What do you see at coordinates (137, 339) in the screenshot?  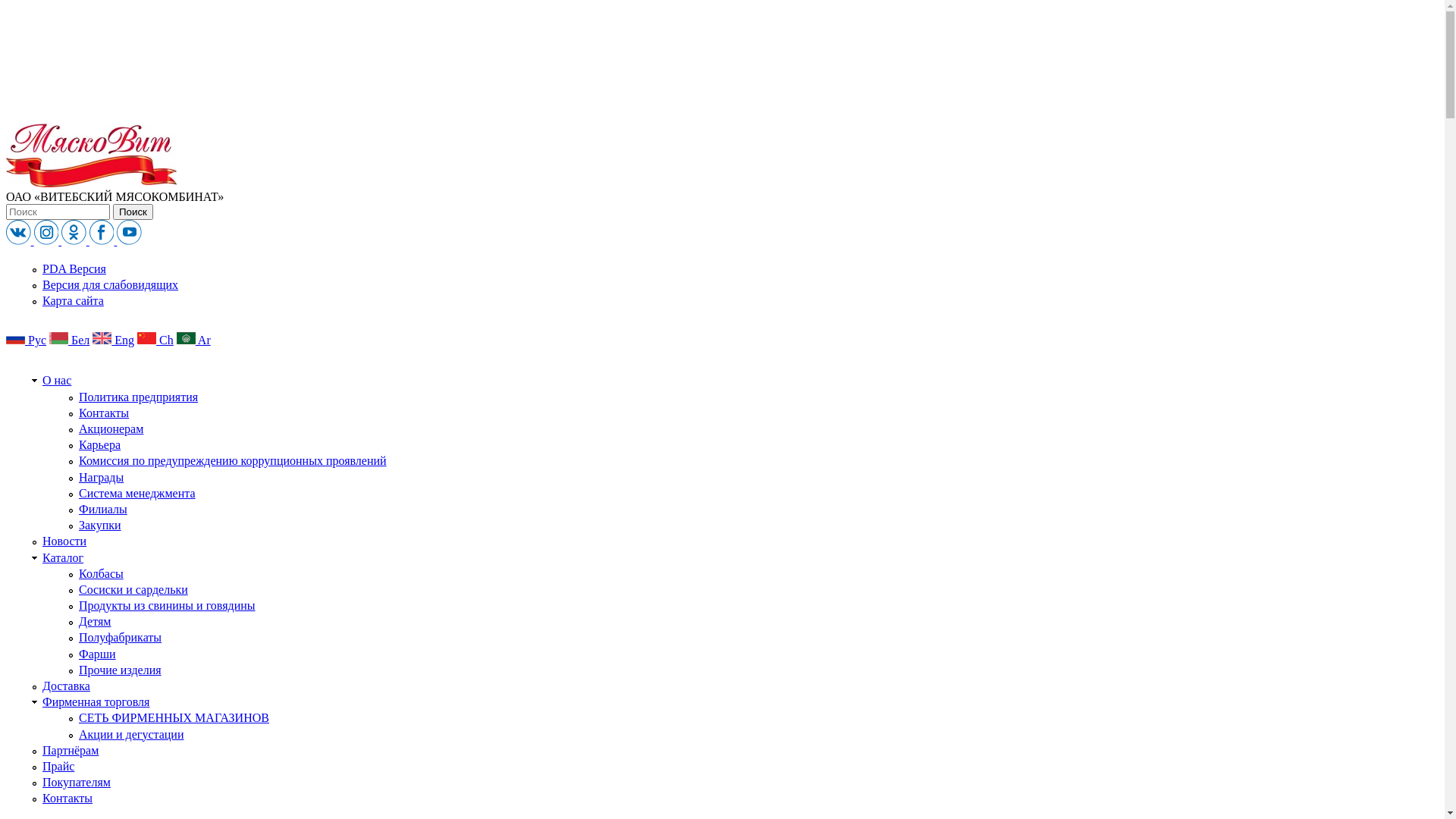 I see `' Ch'` at bounding box center [137, 339].